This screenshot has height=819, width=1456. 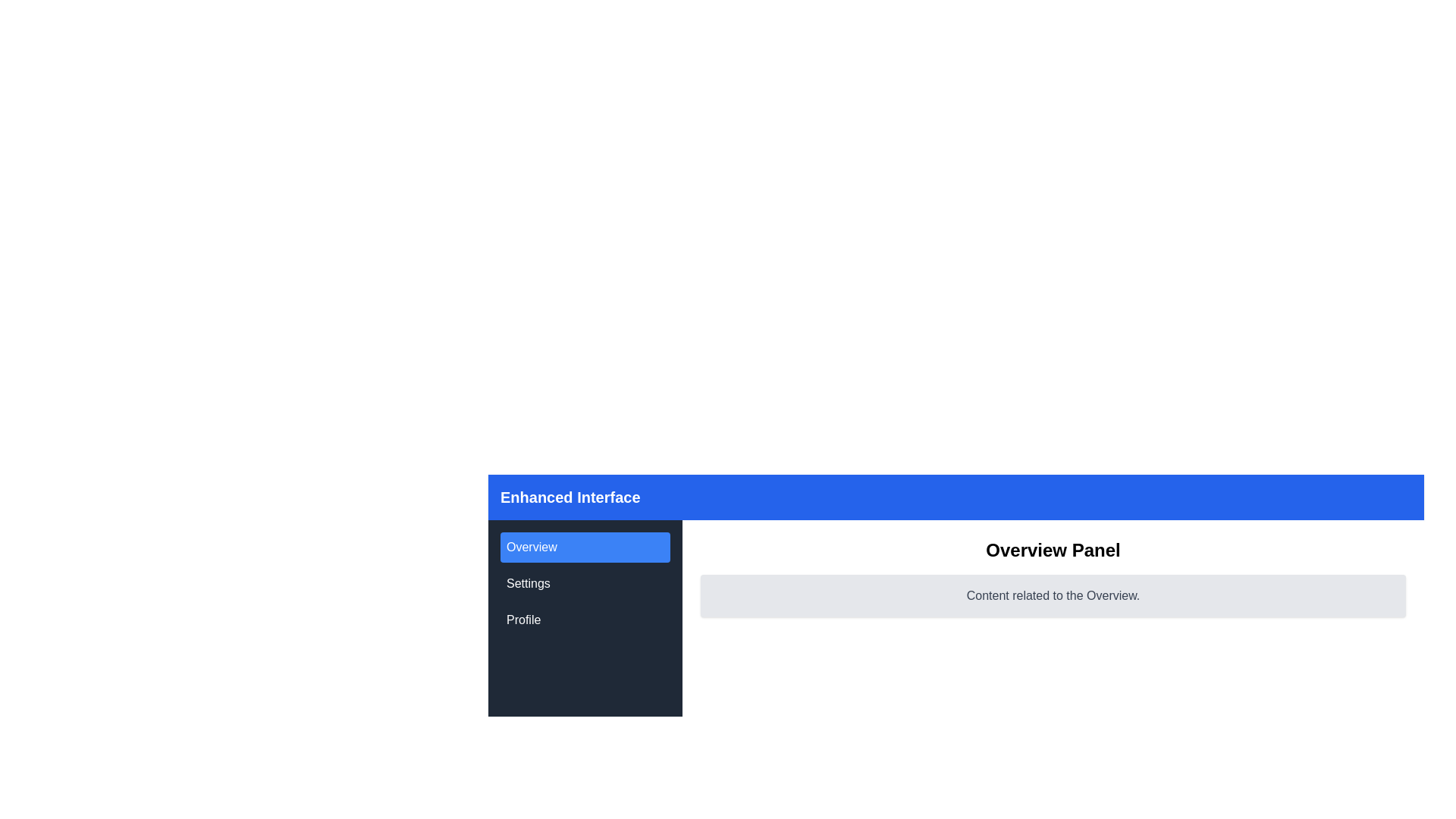 What do you see at coordinates (585, 583) in the screenshot?
I see `the 'Settings' item in the Navigation menu` at bounding box center [585, 583].